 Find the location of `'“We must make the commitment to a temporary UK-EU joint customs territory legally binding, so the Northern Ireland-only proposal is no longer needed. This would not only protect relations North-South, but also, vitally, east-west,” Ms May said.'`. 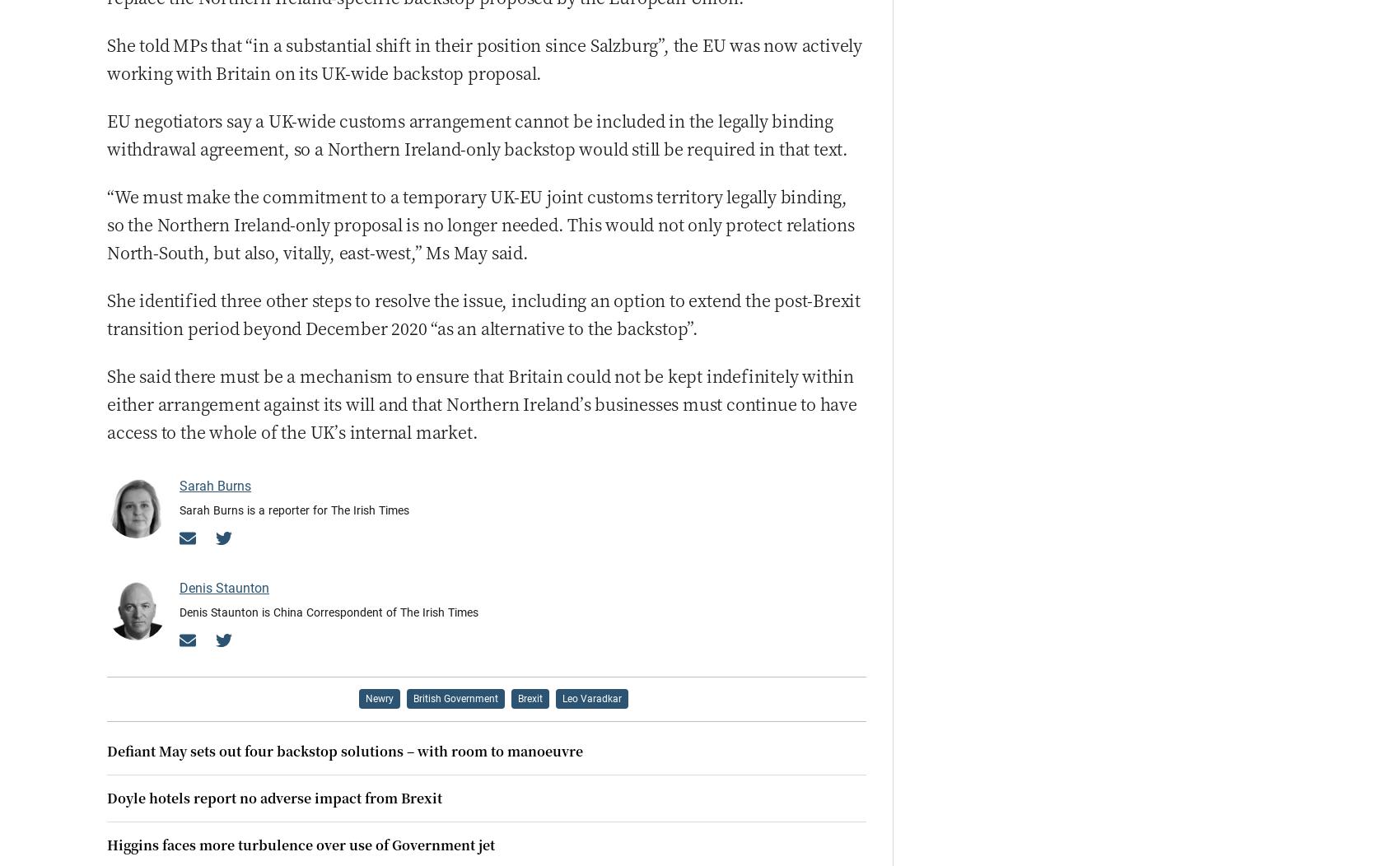

'“We must make the commitment to a temporary UK-EU joint customs territory legally binding, so the Northern Ireland-only proposal is no longer needed. This would not only protect relations North-South, but also, vitally, east-west,” Ms May said.' is located at coordinates (479, 223).